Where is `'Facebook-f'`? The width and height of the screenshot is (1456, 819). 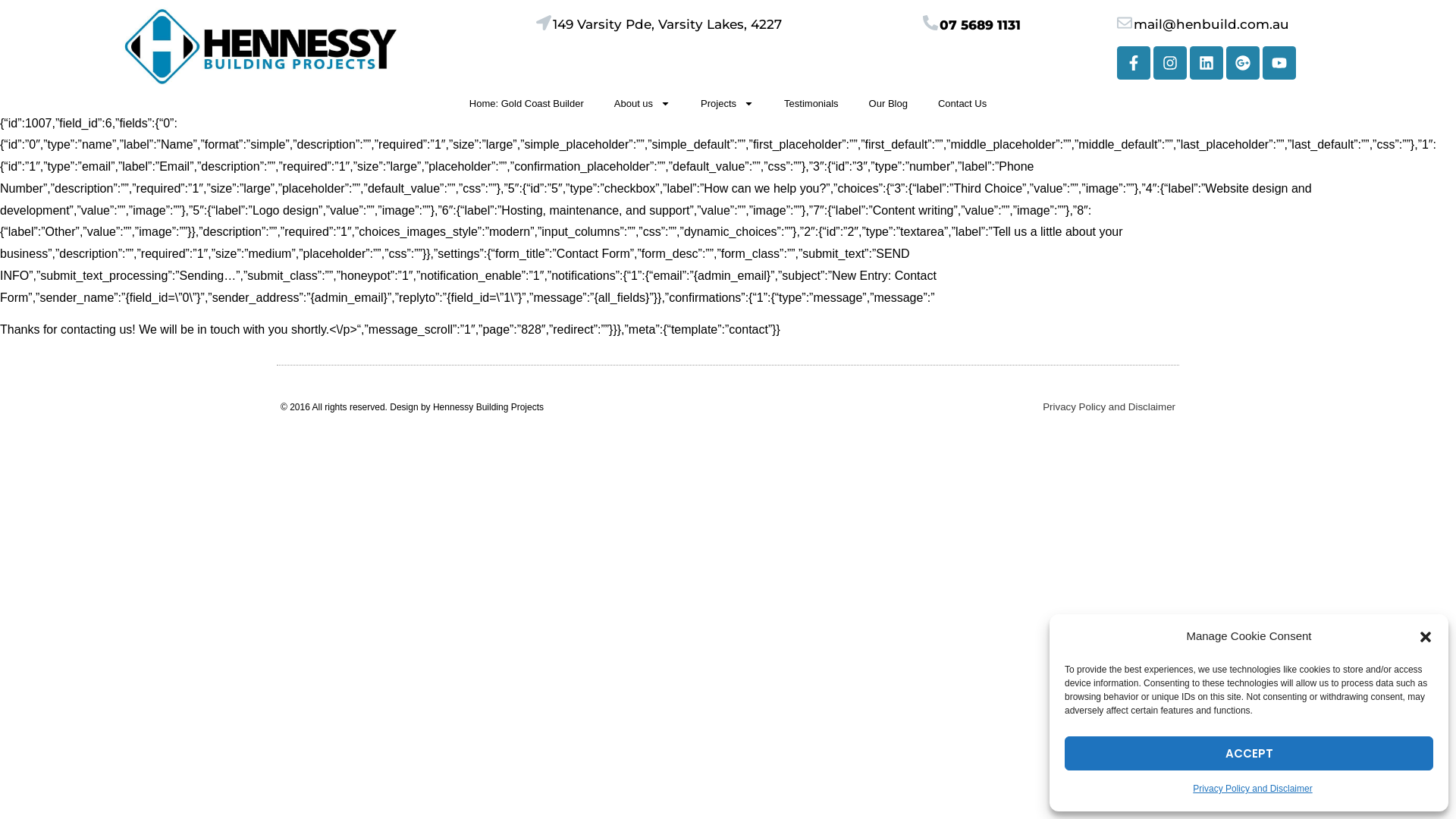 'Facebook-f' is located at coordinates (1133, 61).